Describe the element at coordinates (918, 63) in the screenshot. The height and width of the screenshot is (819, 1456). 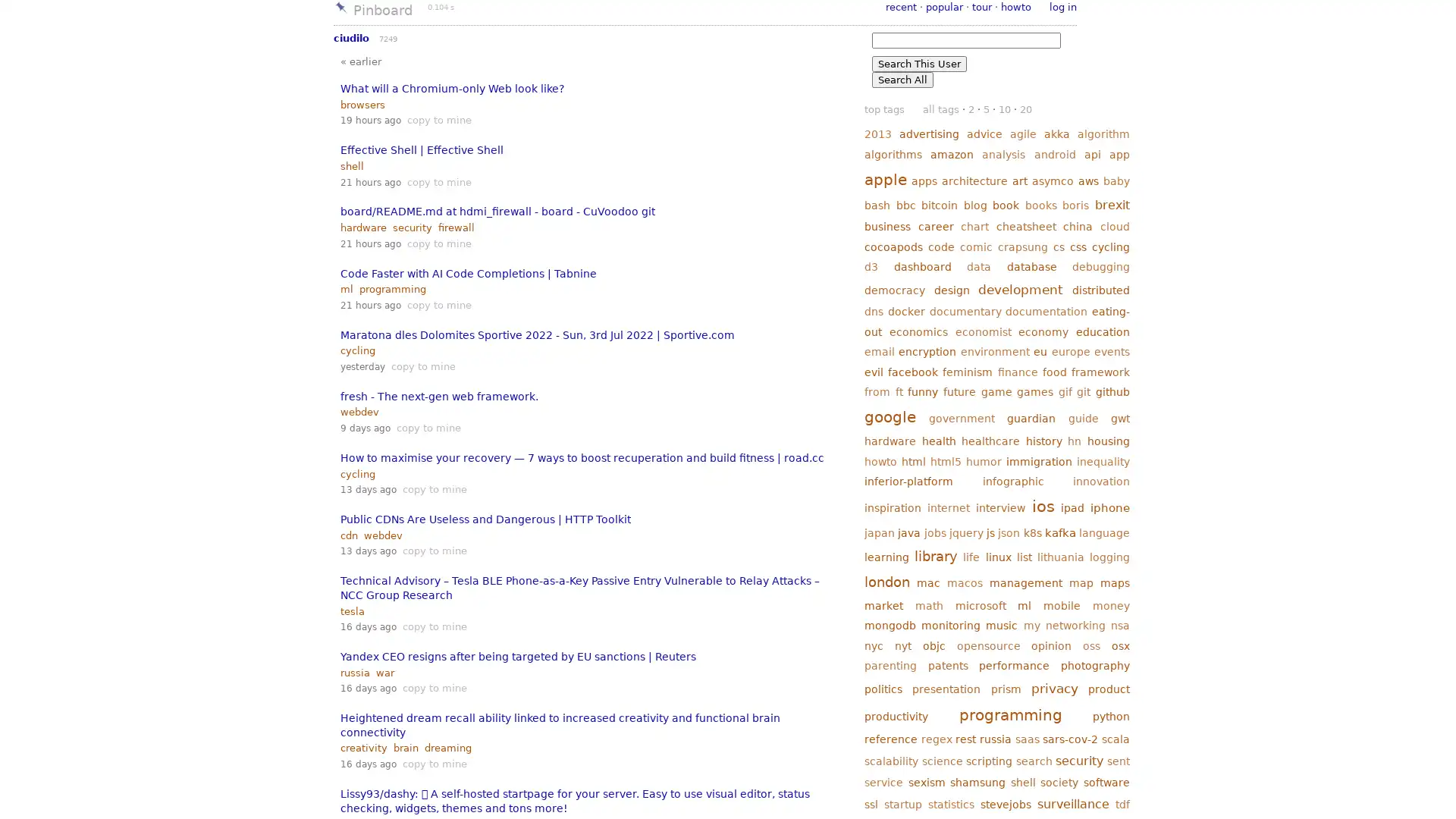
I see `Search This User` at that location.